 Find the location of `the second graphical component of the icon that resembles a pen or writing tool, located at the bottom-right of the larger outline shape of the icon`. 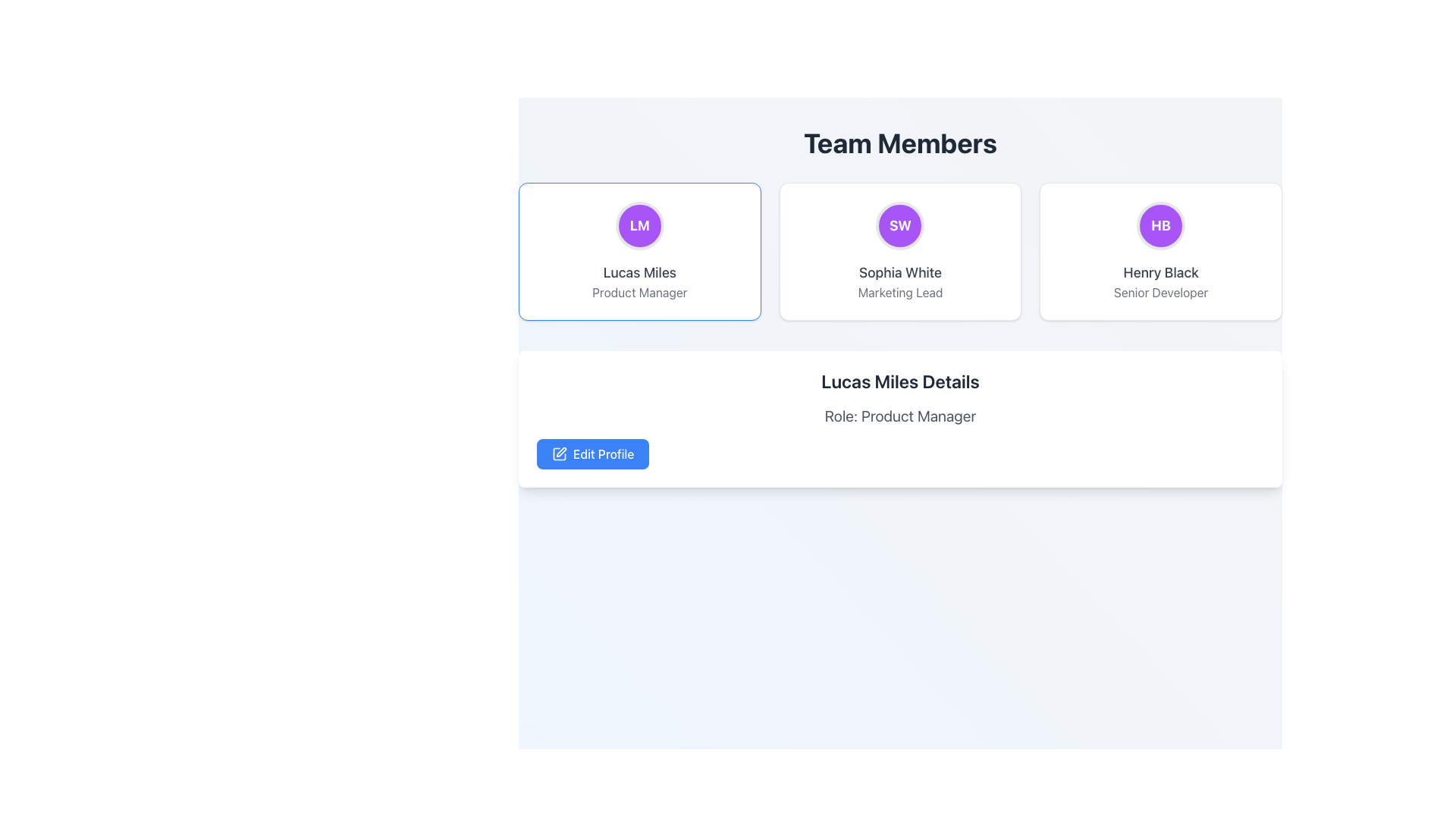

the second graphical component of the icon that resembles a pen or writing tool, located at the bottom-right of the larger outline shape of the icon is located at coordinates (560, 451).